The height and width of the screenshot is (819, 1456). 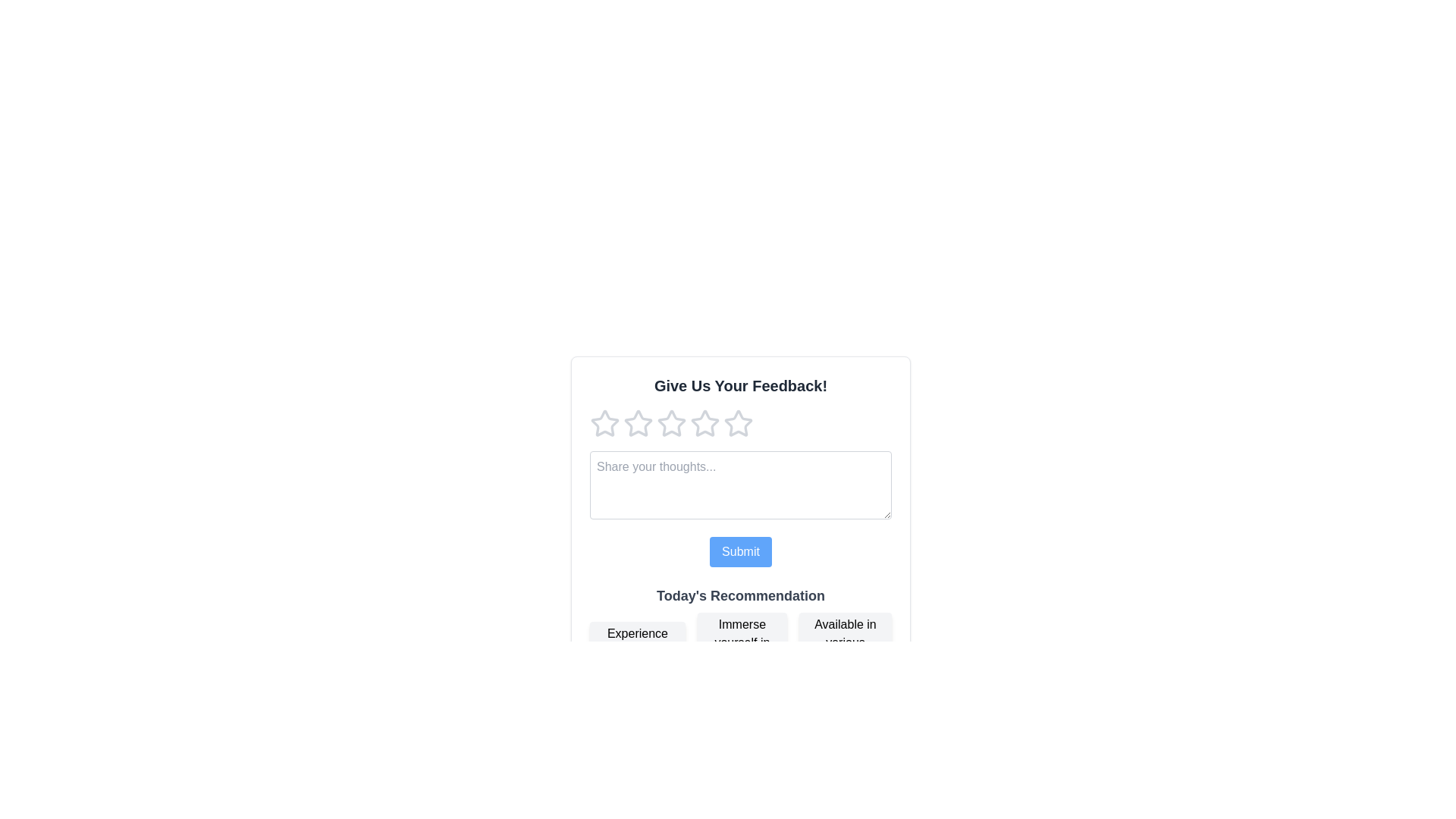 What do you see at coordinates (604, 424) in the screenshot?
I see `the first star icon in the five-star rating component` at bounding box center [604, 424].